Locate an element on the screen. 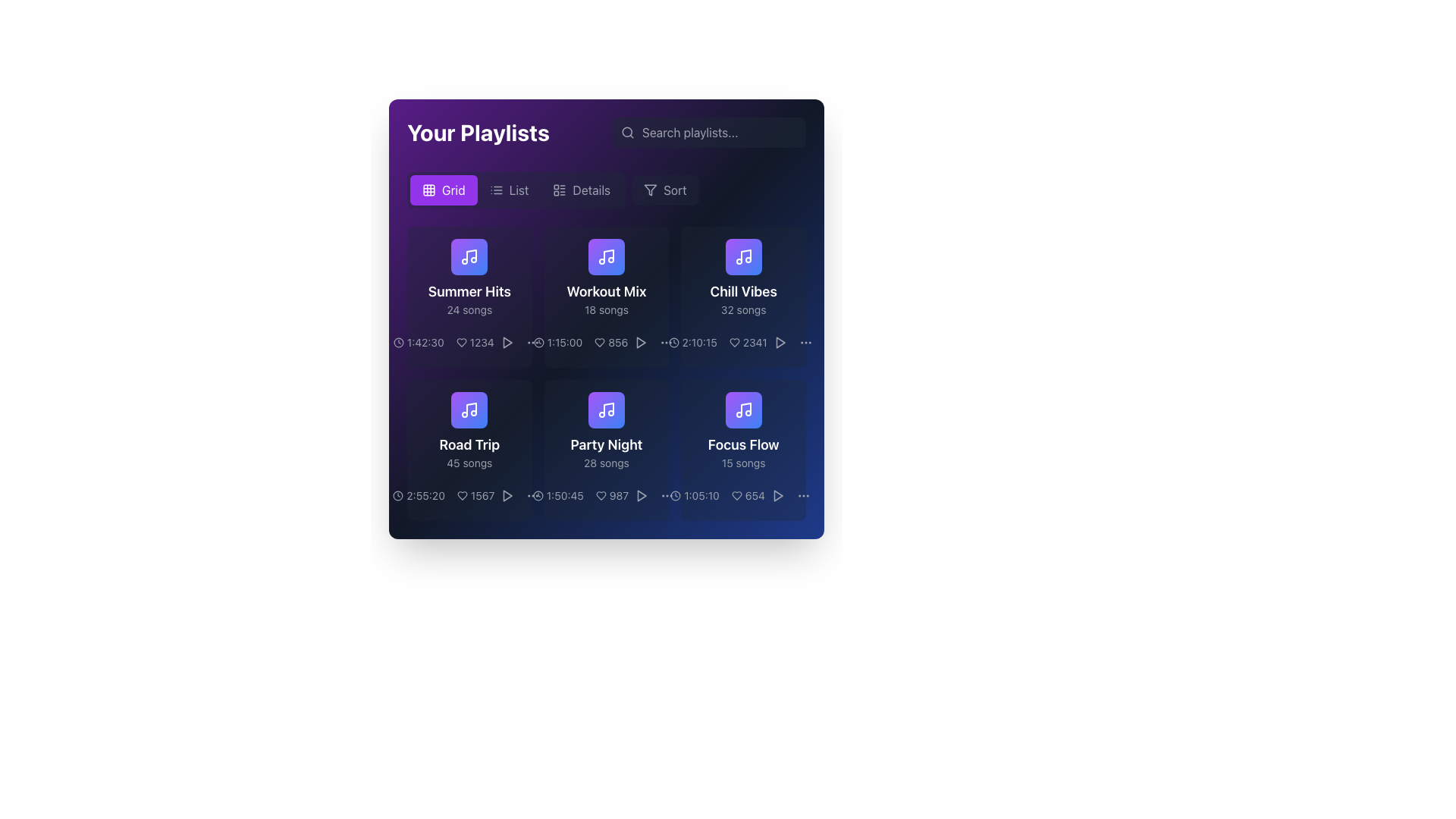 The width and height of the screenshot is (1456, 819). the triangular play icon button located in the first playlist card under the 'Summer Hits' title, adjacent to the text '1234' is located at coordinates (507, 342).